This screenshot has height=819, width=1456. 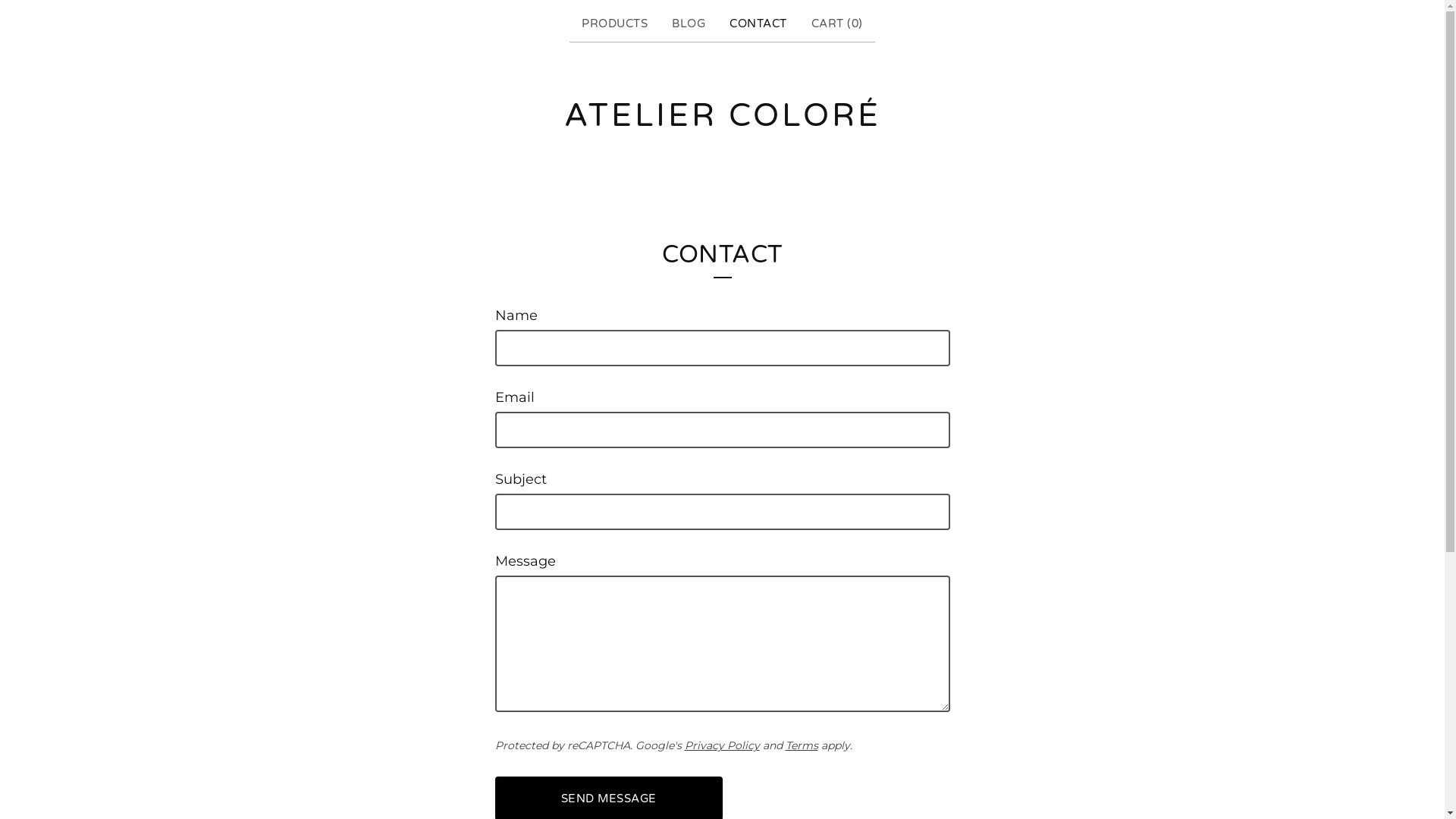 What do you see at coordinates (687, 24) in the screenshot?
I see `'BLOG'` at bounding box center [687, 24].